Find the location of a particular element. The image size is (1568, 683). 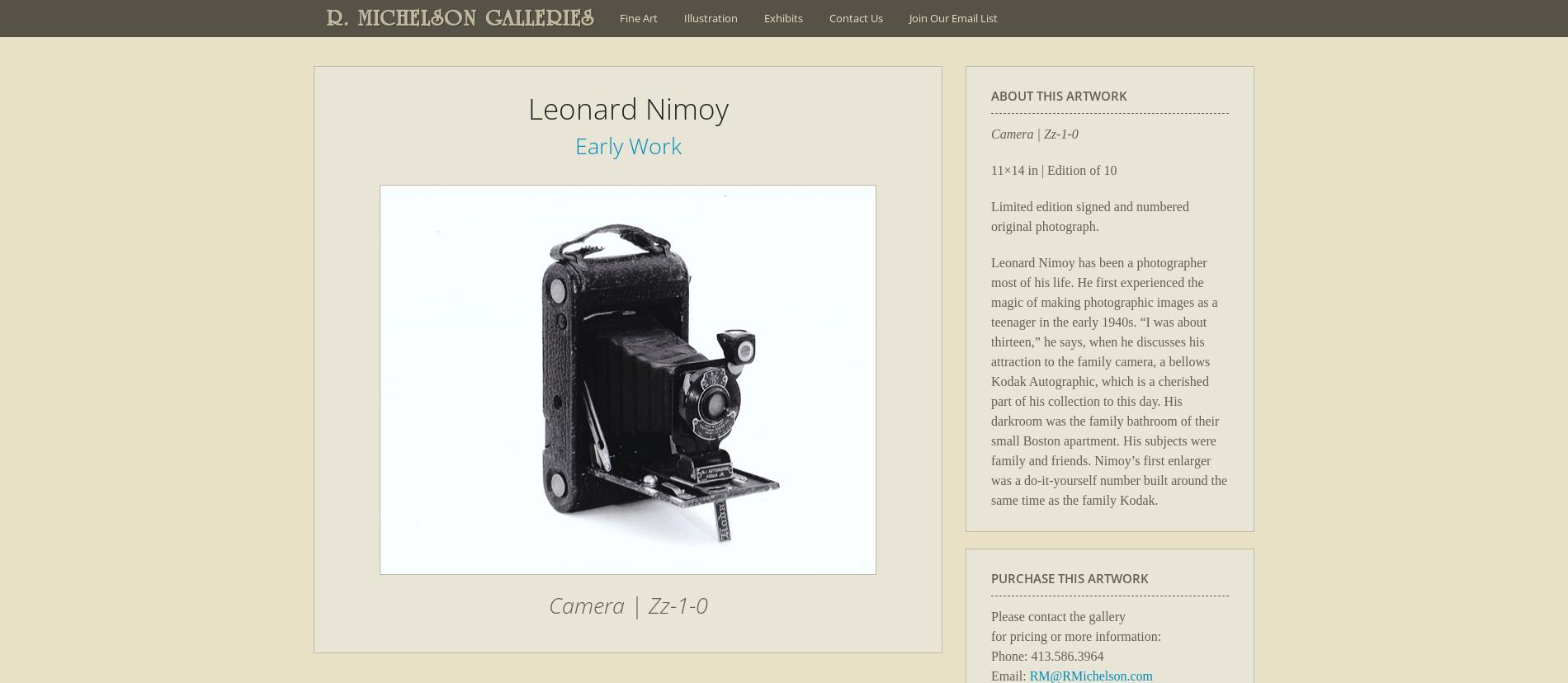

'R. MICHELSON GALLERIES' is located at coordinates (460, 18).